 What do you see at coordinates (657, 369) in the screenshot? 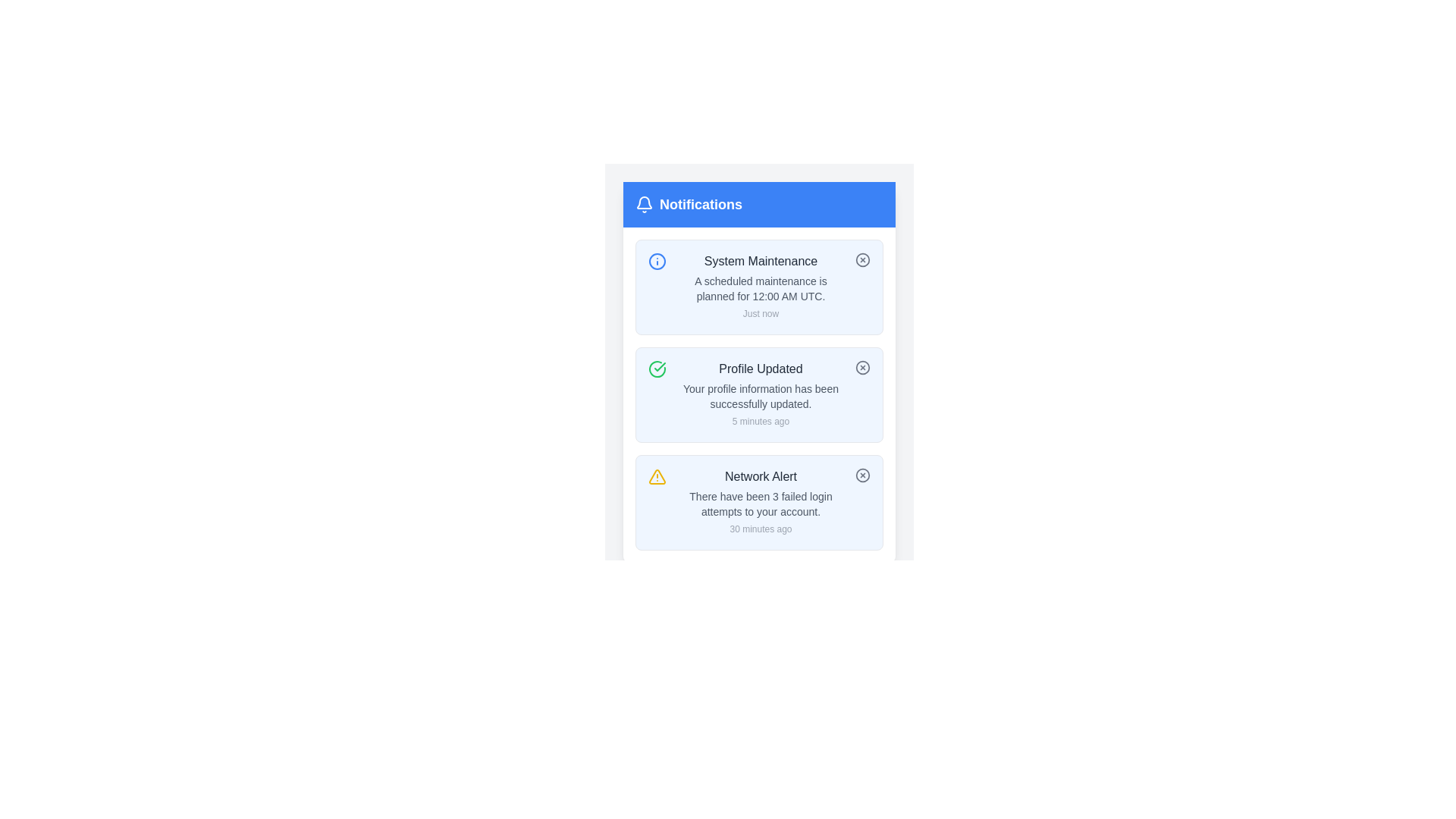
I see `the status icon indicating a successful profile update within the 'Profile Updated' notification card` at bounding box center [657, 369].